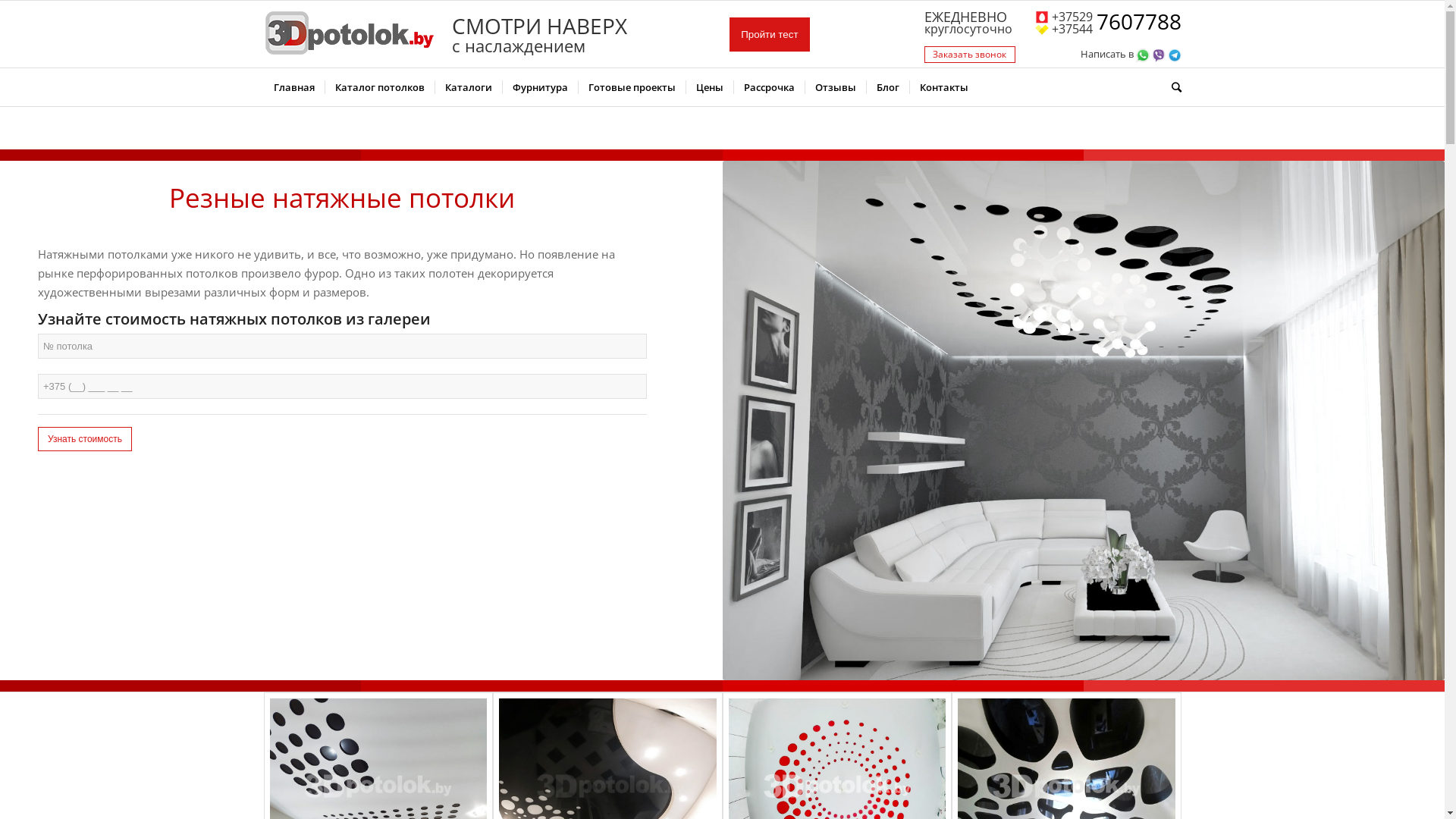 The image size is (1456, 819). What do you see at coordinates (1096, 23) in the screenshot?
I see `'7607788'` at bounding box center [1096, 23].